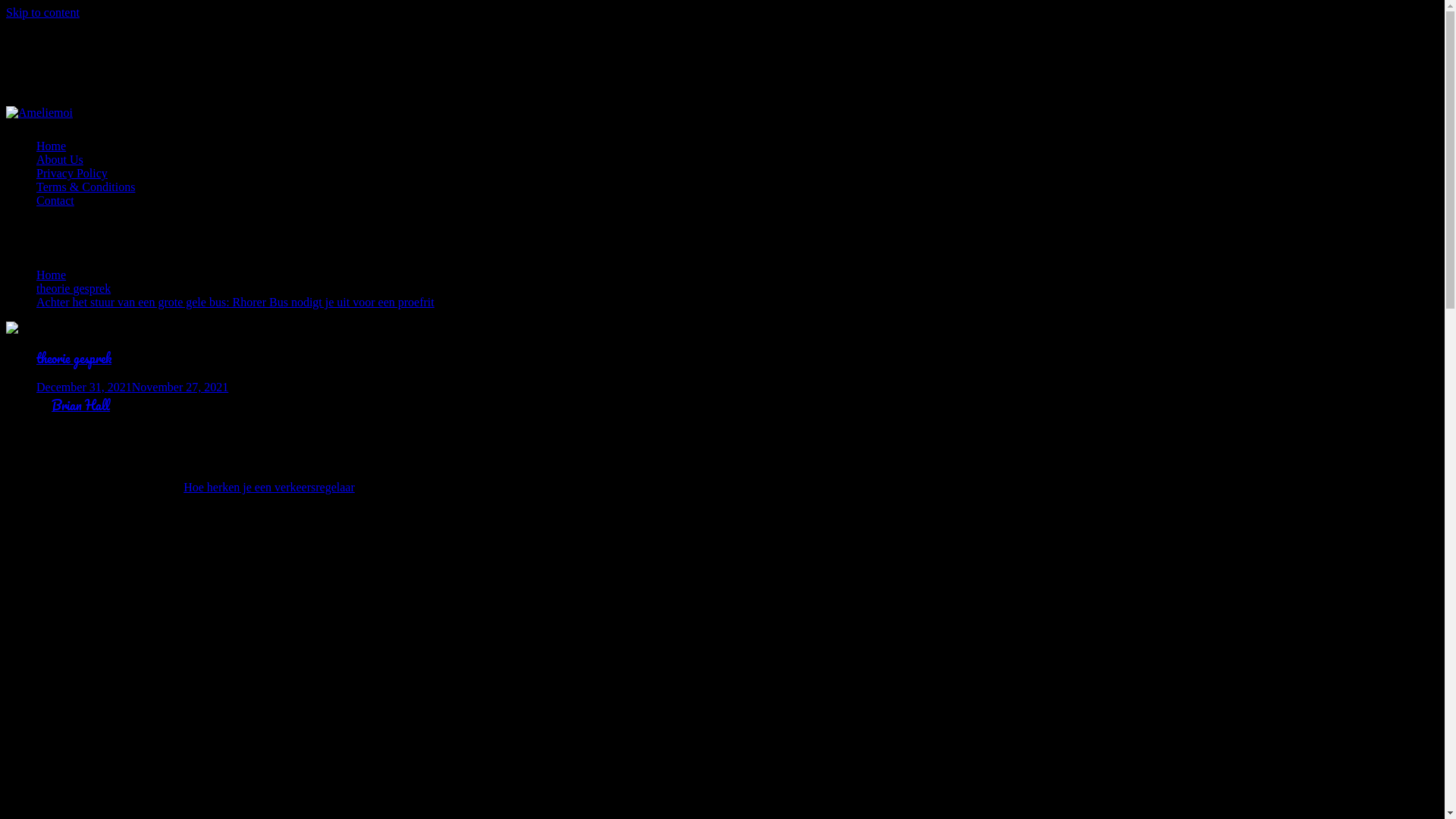  What do you see at coordinates (55, 199) in the screenshot?
I see `'Contact'` at bounding box center [55, 199].